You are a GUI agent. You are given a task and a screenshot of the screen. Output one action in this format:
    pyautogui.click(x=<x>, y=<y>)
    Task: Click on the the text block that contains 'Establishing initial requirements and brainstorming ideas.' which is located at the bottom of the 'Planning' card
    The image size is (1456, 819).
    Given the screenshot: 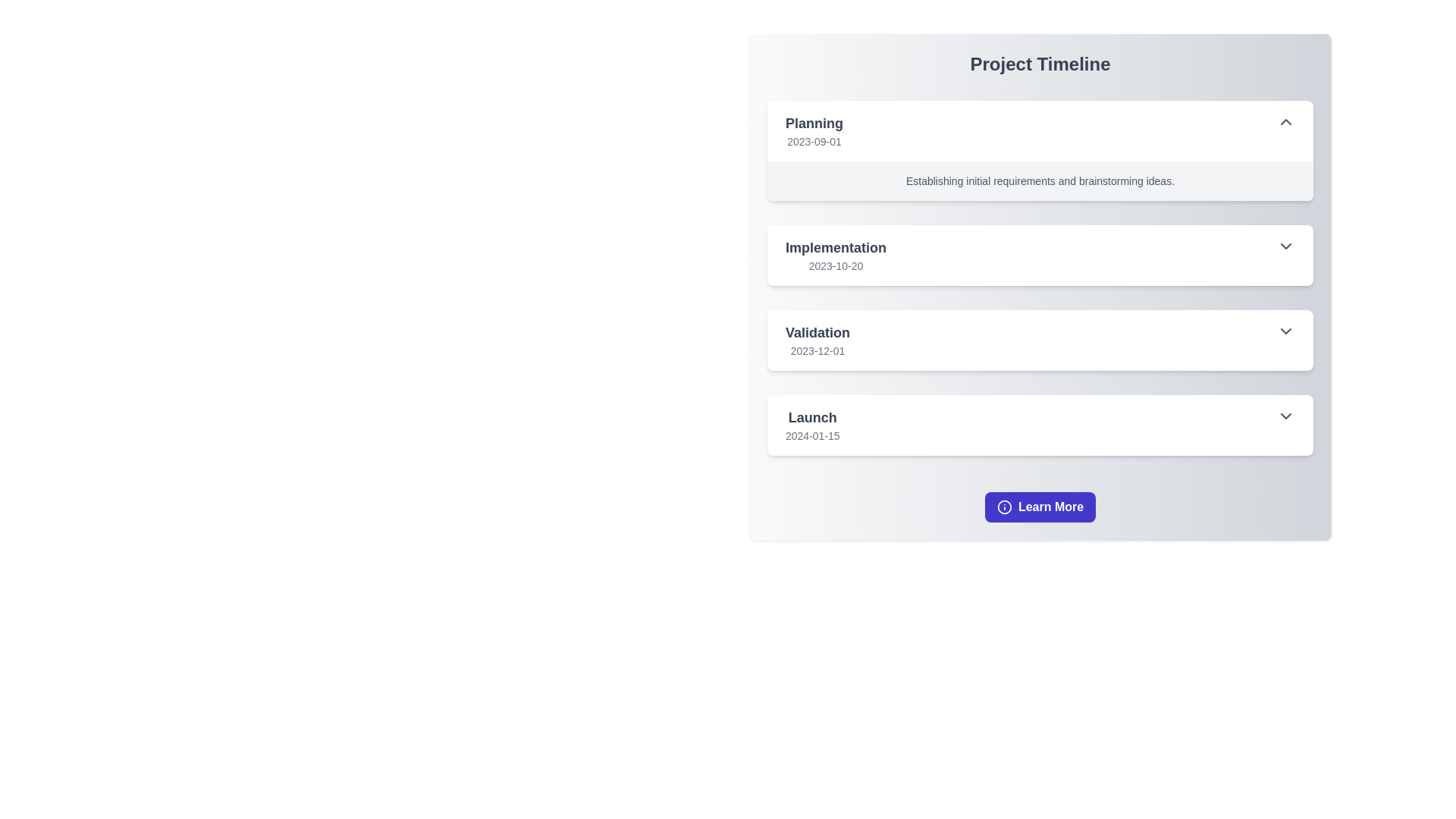 What is the action you would take?
    pyautogui.click(x=1040, y=180)
    